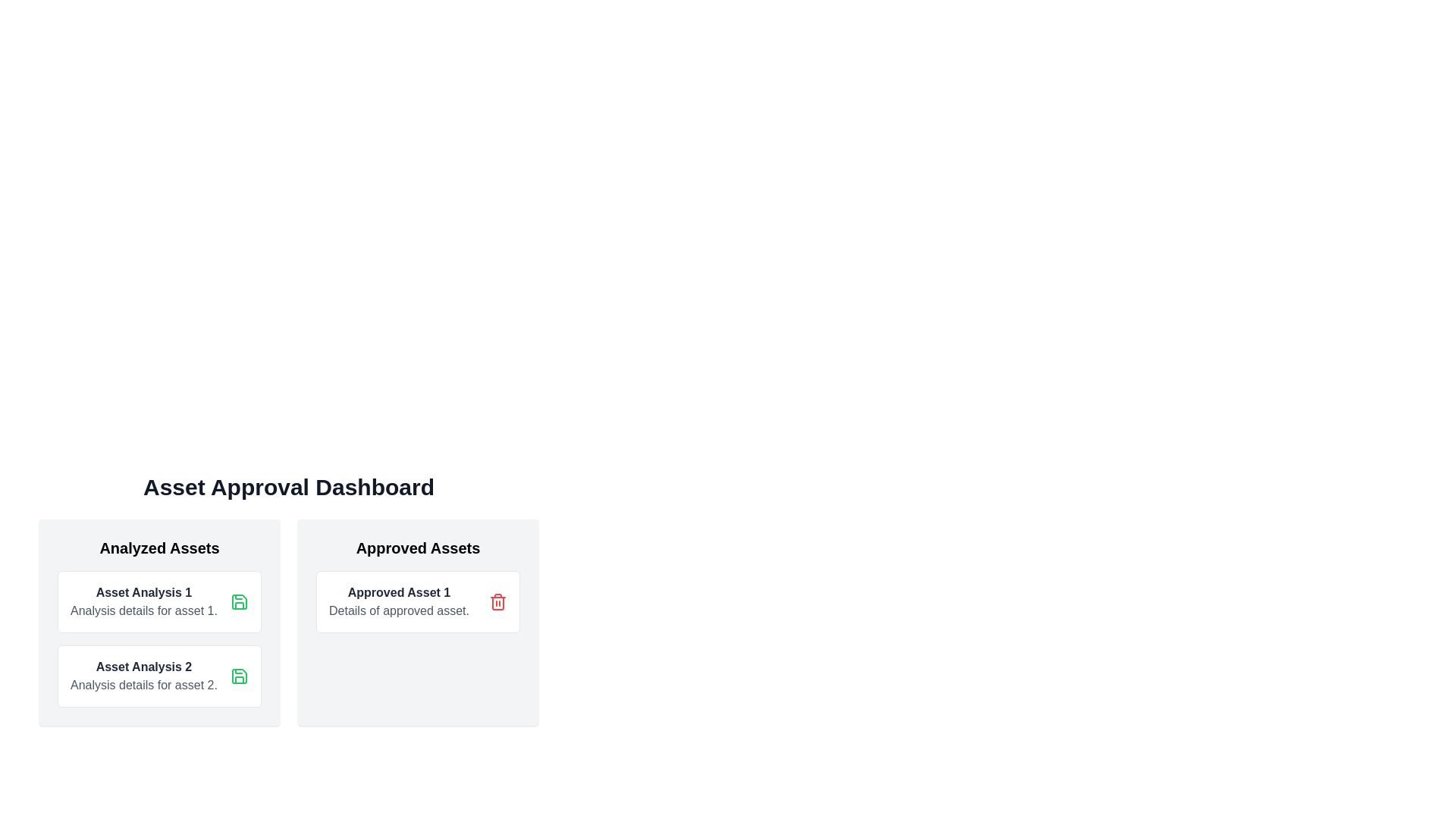 Image resolution: width=1456 pixels, height=819 pixels. Describe the element at coordinates (143, 675) in the screenshot. I see `the informational text block that provides the title and description for 'Asset 2' located in the bottom-left quadrant of the interface, specifically within the 'Analyzed Assets' section, as the second entry in the vertical list` at that location.